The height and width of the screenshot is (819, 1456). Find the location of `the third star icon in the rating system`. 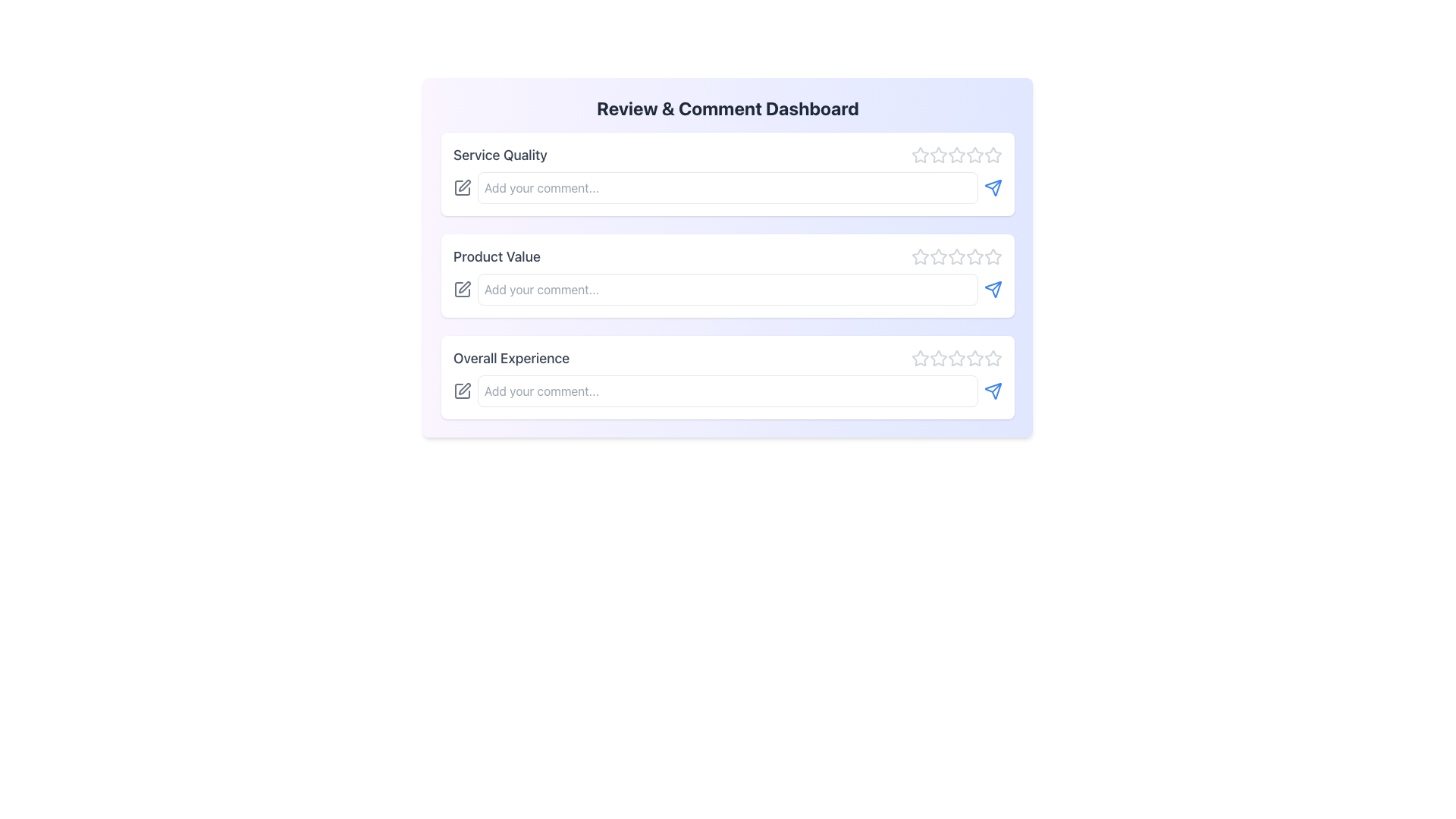

the third star icon in the rating system is located at coordinates (956, 155).